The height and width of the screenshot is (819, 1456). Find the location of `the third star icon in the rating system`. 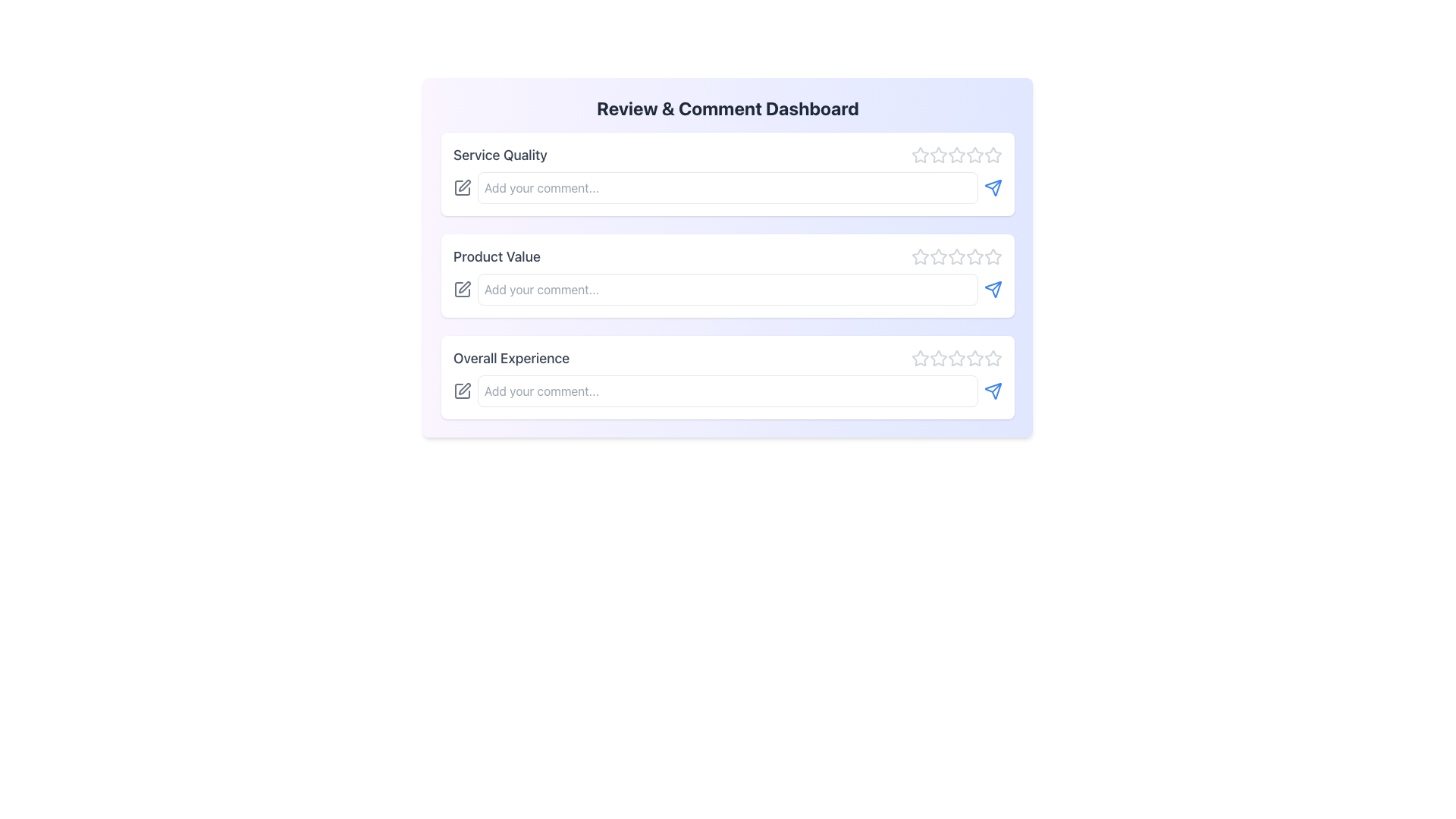

the third star icon in the rating system is located at coordinates (956, 155).